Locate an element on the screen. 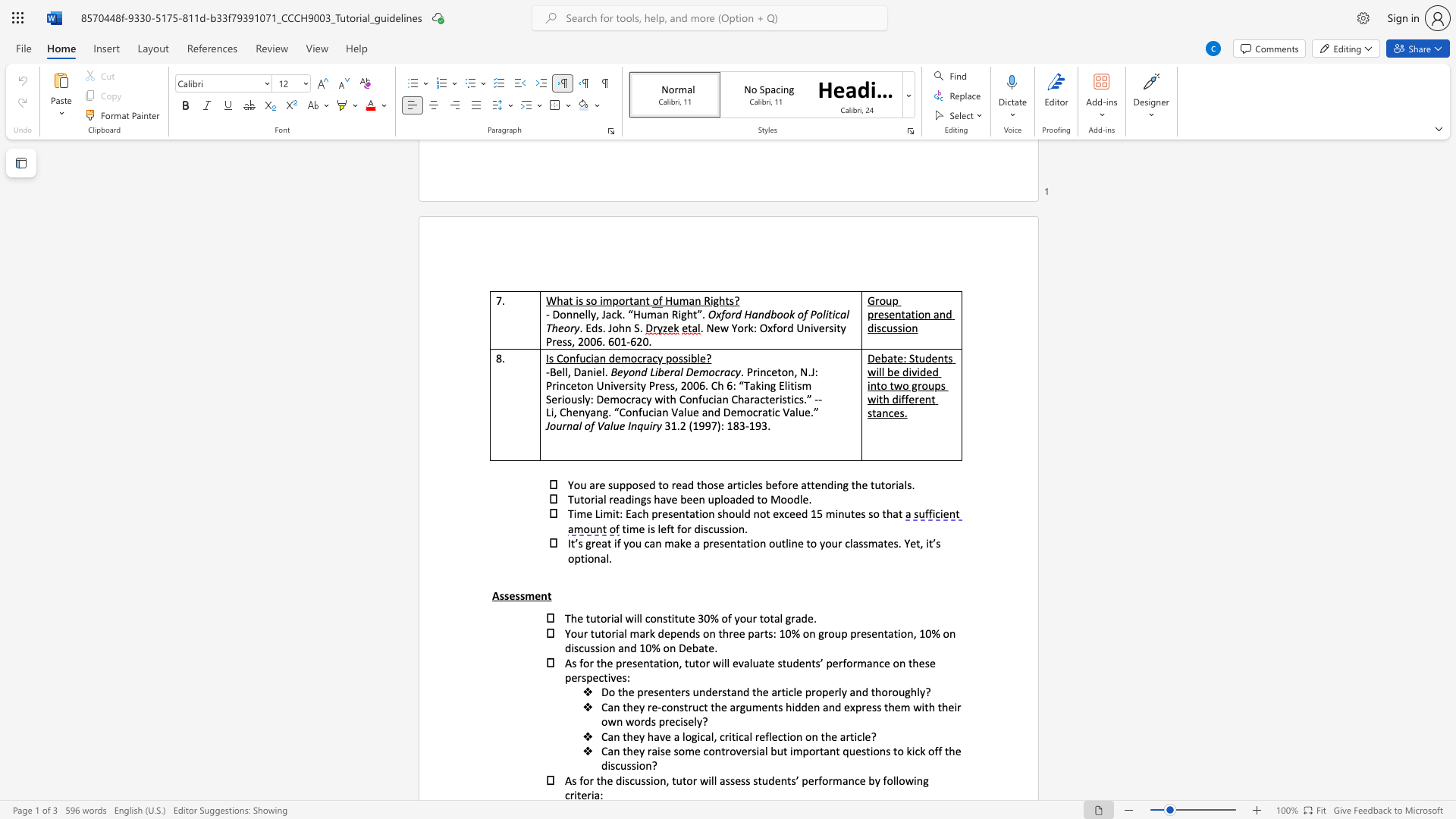  the subset text "ti" within the text "constitute" is located at coordinates (667, 618).